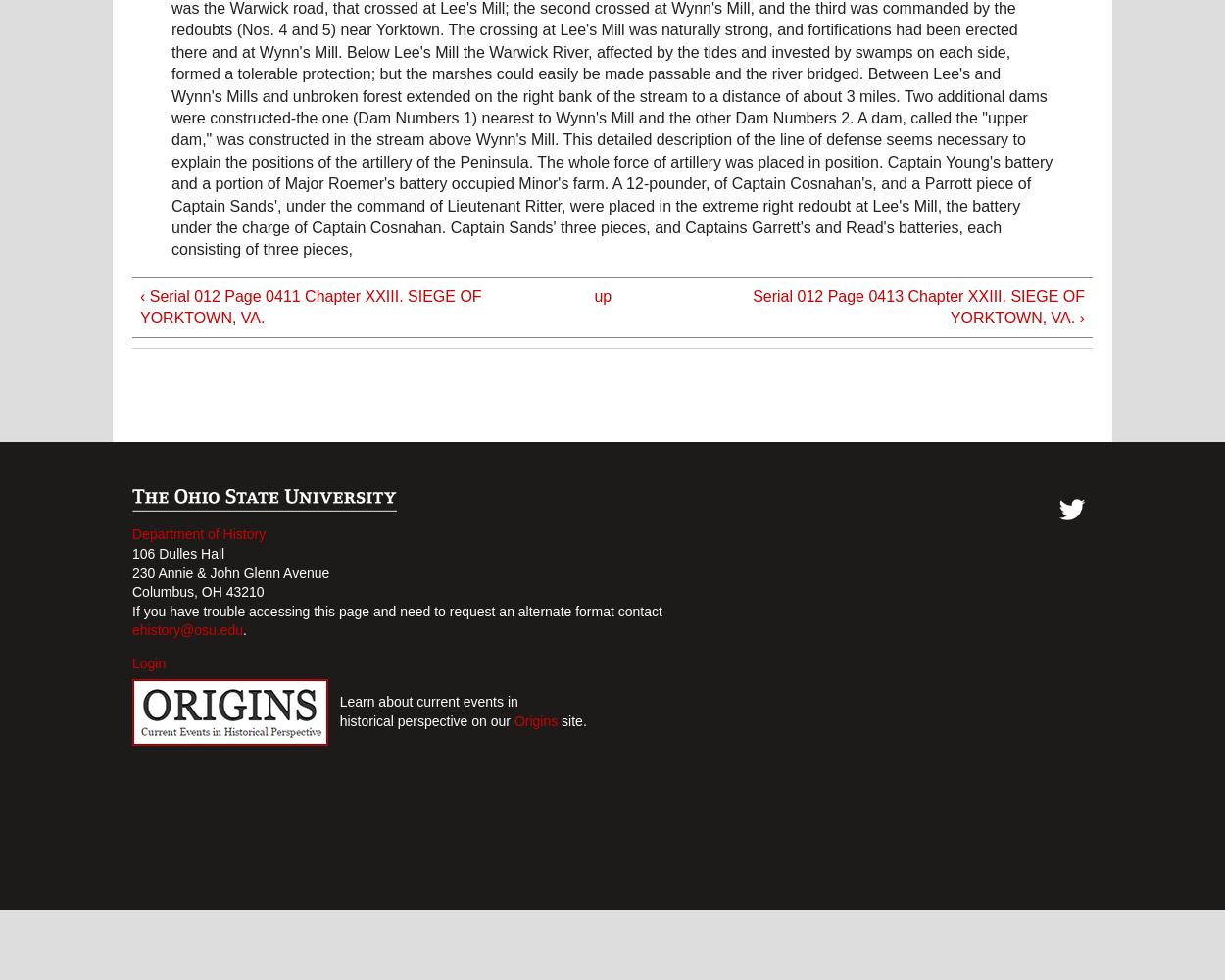 Image resolution: width=1225 pixels, height=980 pixels. What do you see at coordinates (149, 663) in the screenshot?
I see `'Login'` at bounding box center [149, 663].